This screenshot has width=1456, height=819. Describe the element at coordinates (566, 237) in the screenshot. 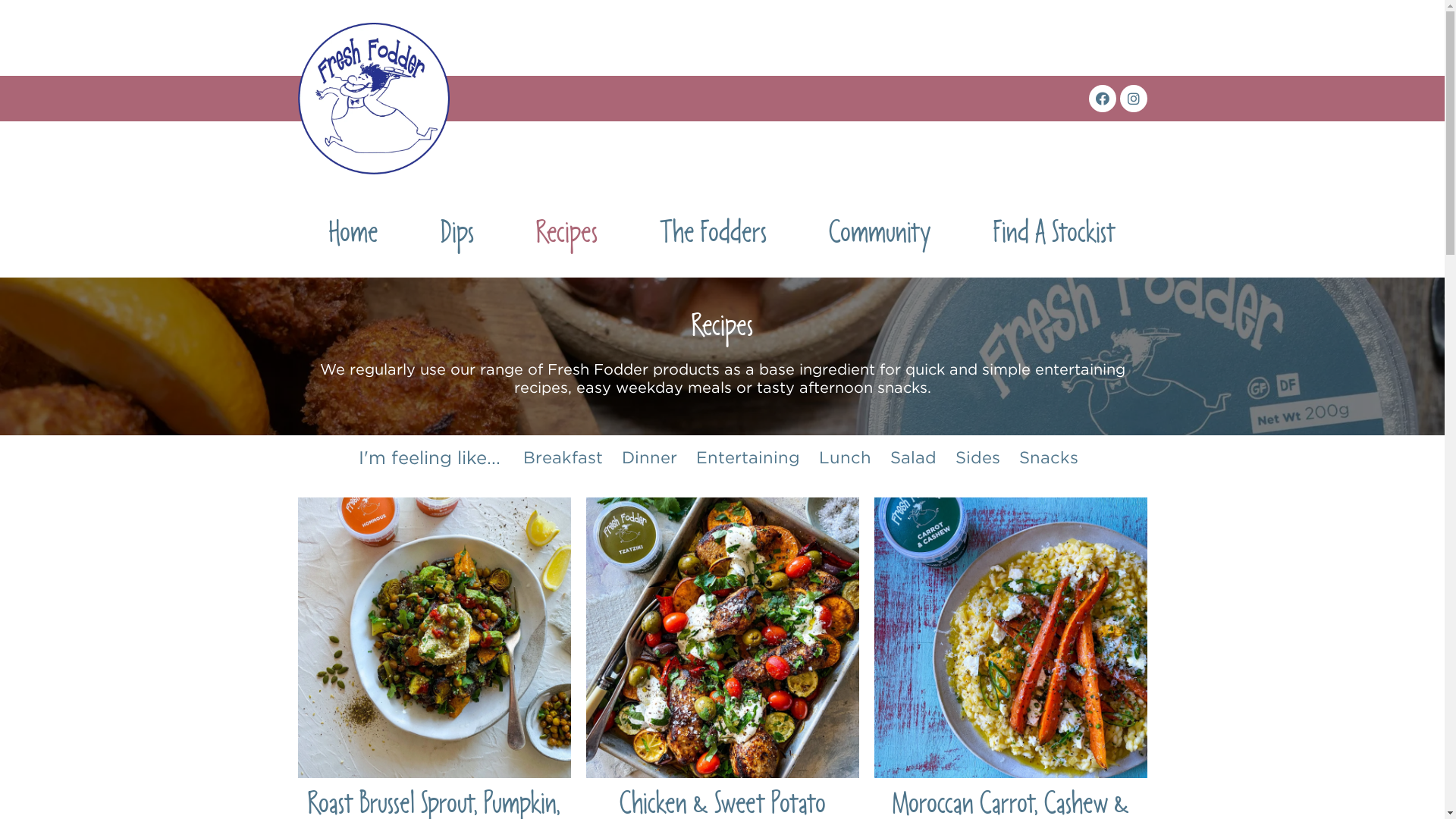

I see `'Recipes'` at that location.